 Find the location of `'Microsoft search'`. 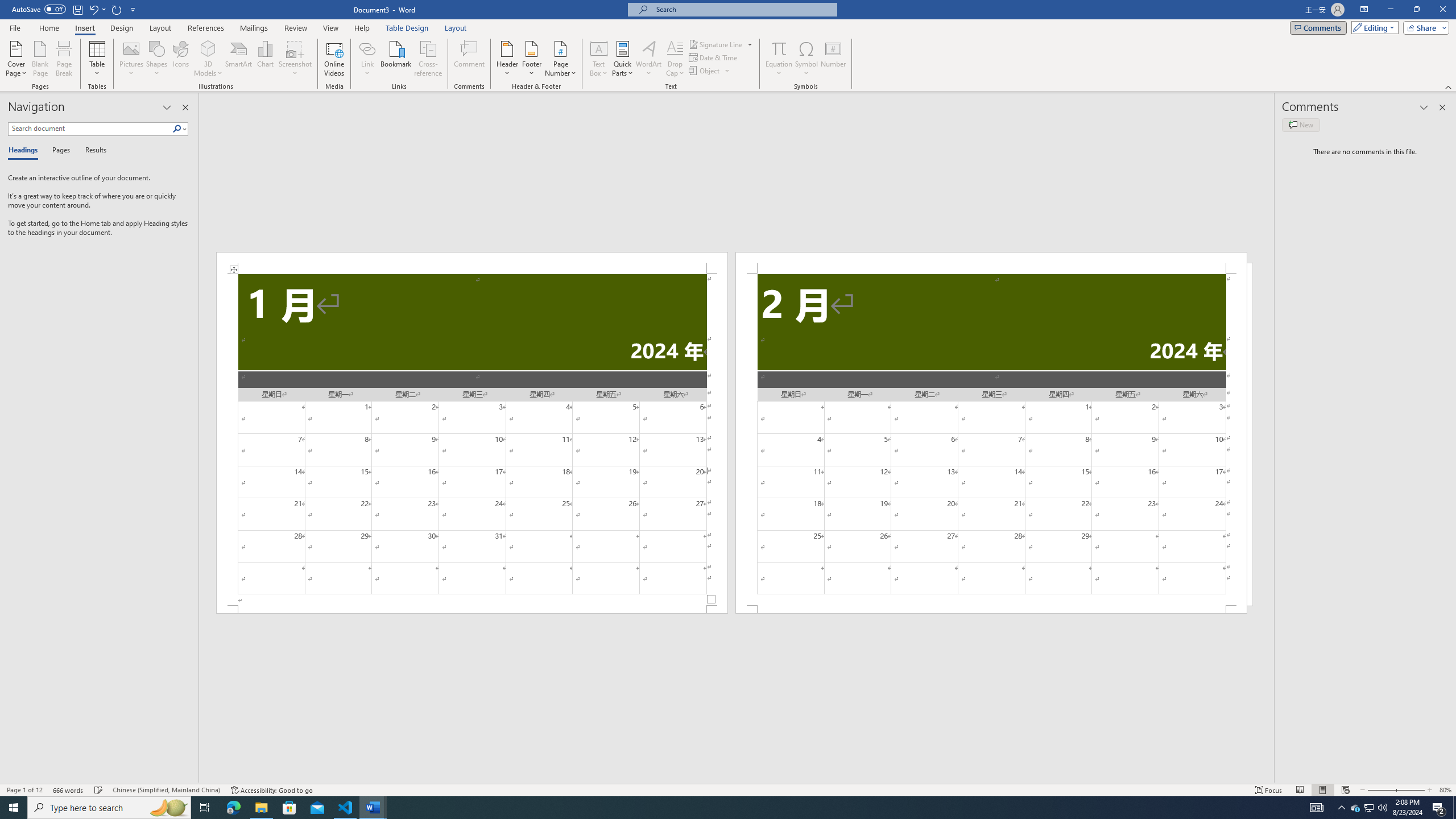

'Microsoft search' is located at coordinates (742, 9).